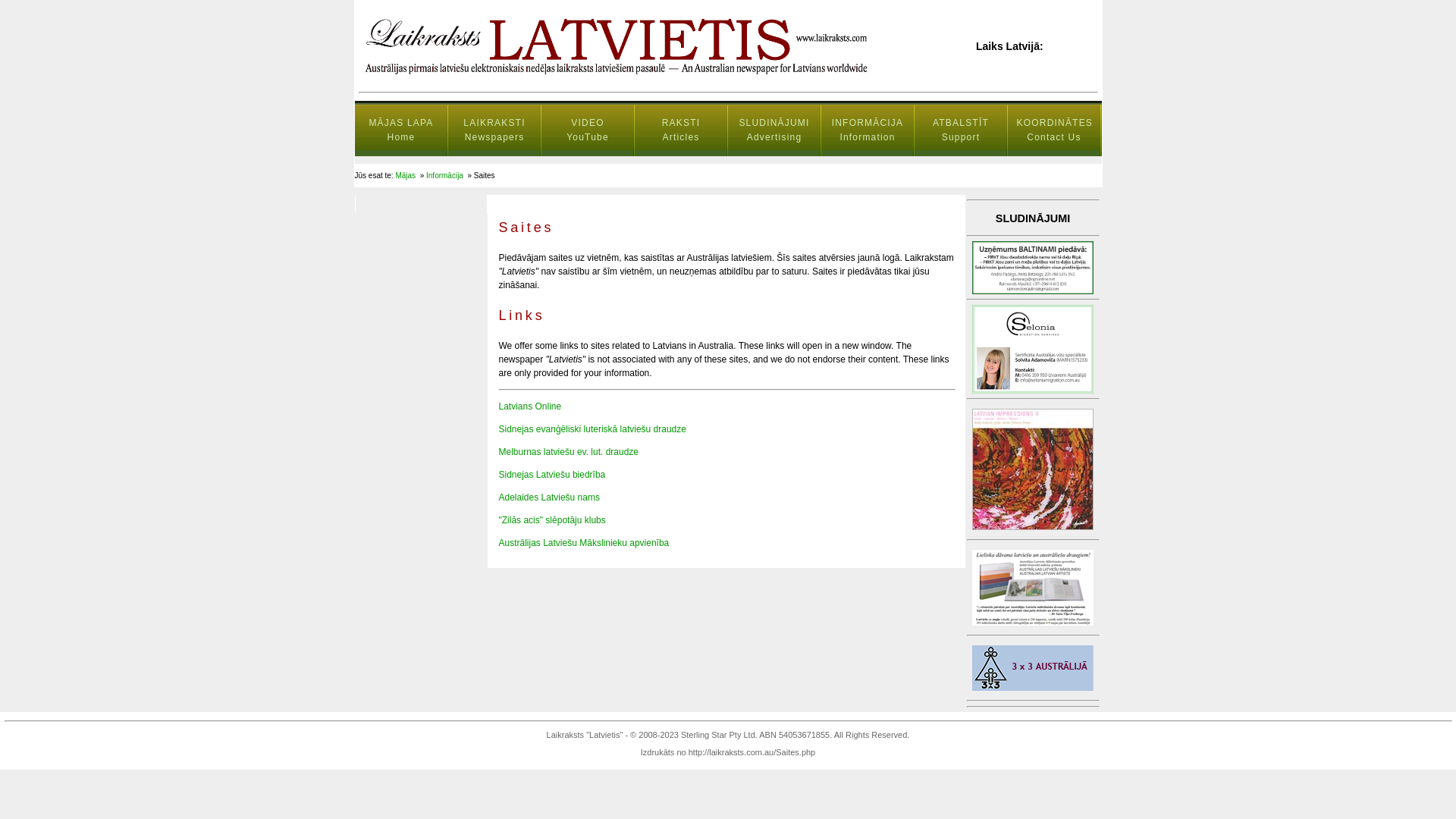 This screenshot has width=1456, height=819. What do you see at coordinates (530, 406) in the screenshot?
I see `'Latvians Online'` at bounding box center [530, 406].